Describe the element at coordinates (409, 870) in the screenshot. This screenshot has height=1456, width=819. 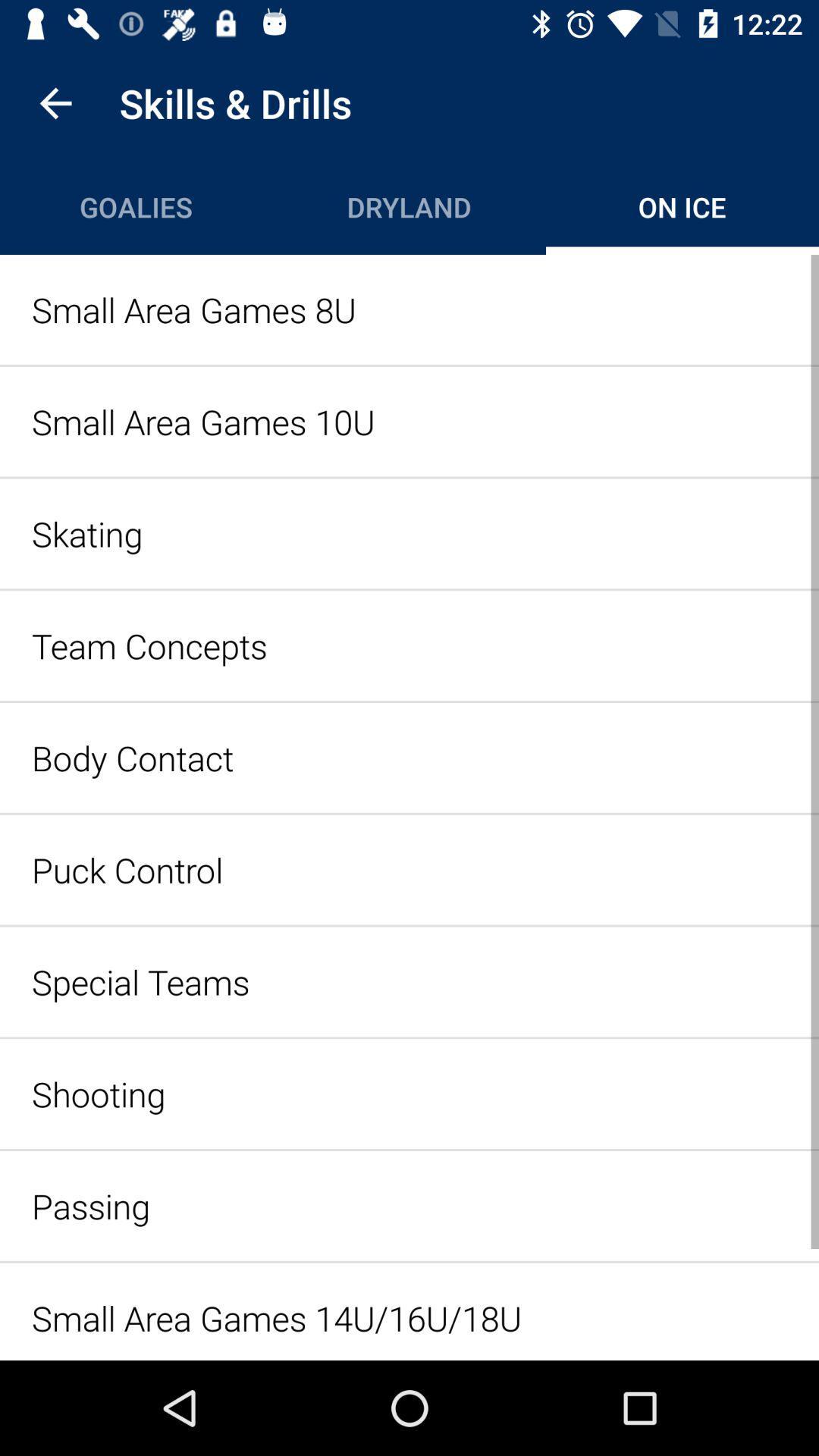
I see `puck control icon` at that location.